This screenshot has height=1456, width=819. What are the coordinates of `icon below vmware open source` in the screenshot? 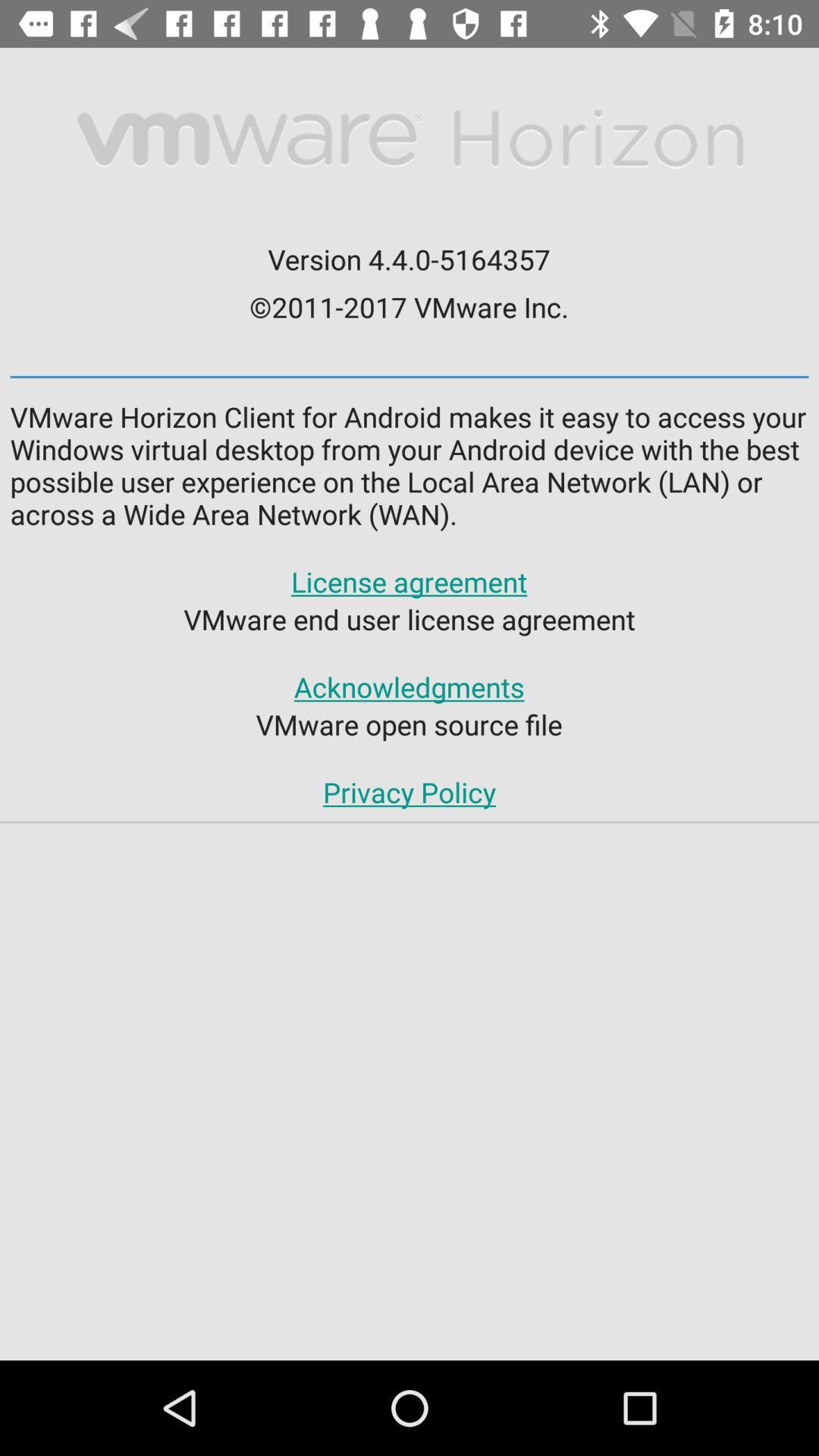 It's located at (409, 791).